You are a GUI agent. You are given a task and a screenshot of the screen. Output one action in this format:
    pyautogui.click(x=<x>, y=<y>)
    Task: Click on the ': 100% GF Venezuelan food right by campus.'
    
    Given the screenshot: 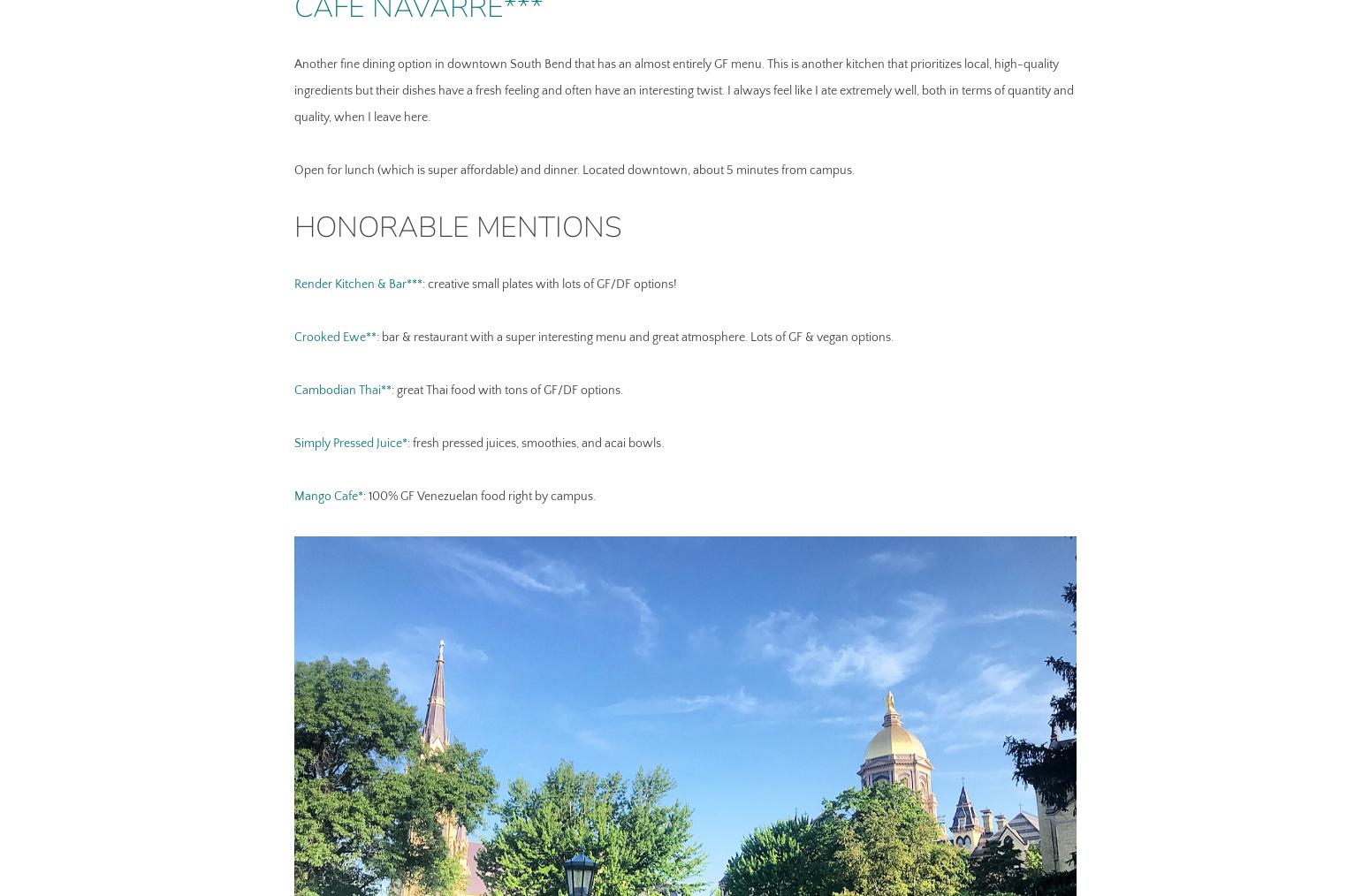 What is the action you would take?
    pyautogui.click(x=477, y=495)
    